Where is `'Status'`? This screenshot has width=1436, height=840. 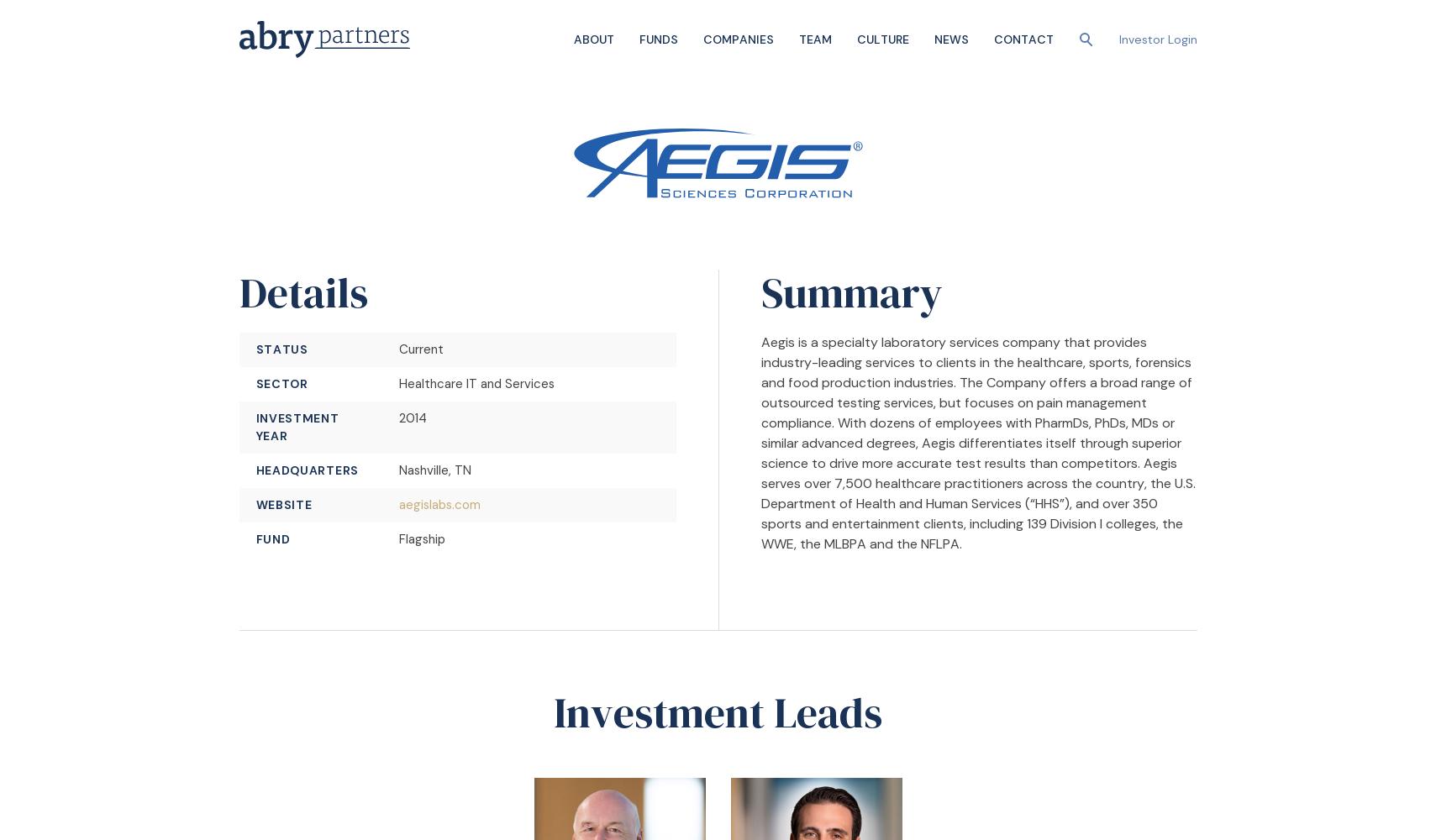 'Status' is located at coordinates (280, 349).